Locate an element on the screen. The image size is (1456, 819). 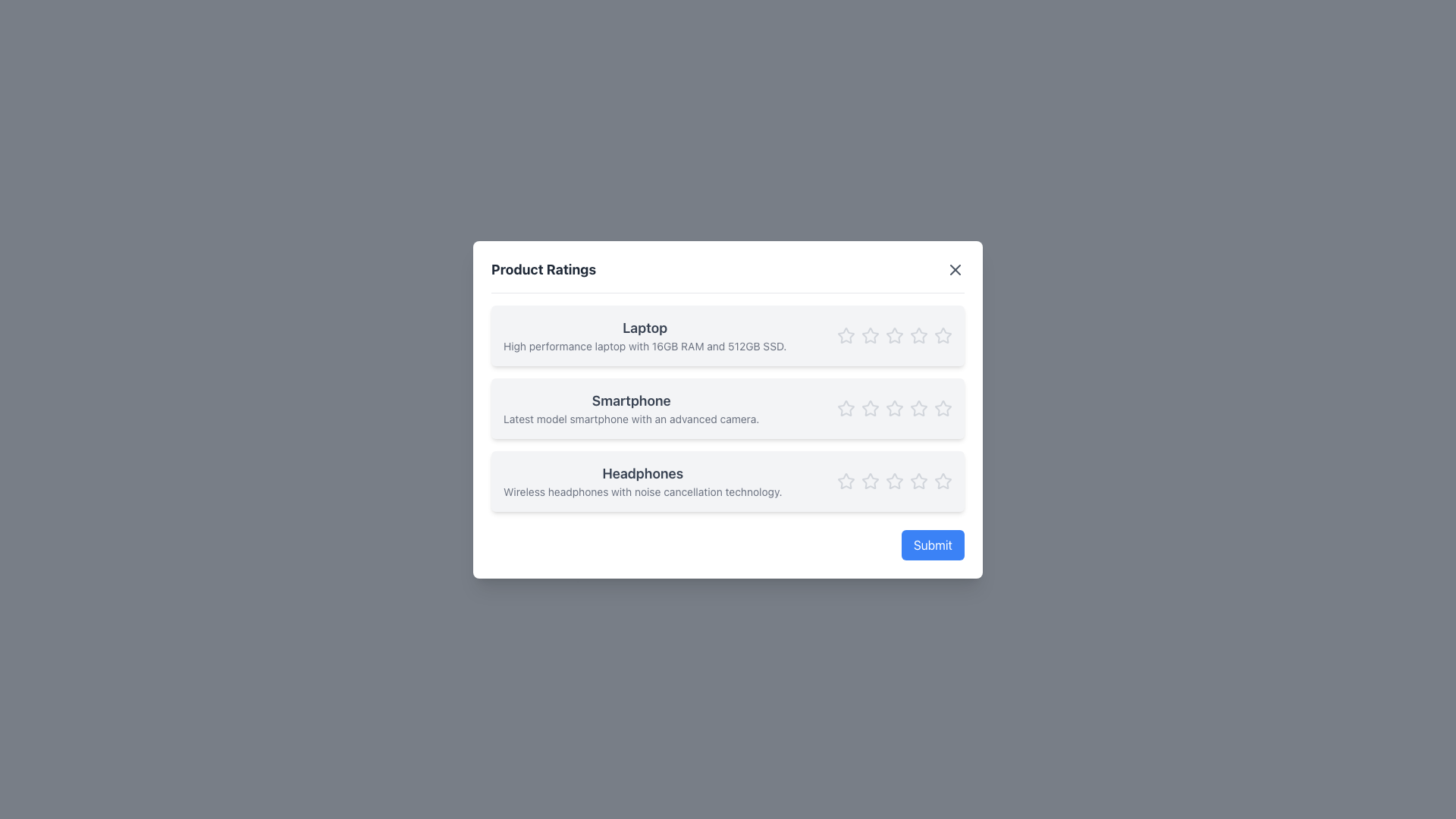
the fifth star icon in the rating system for the 'Headphones' item is located at coordinates (895, 480).